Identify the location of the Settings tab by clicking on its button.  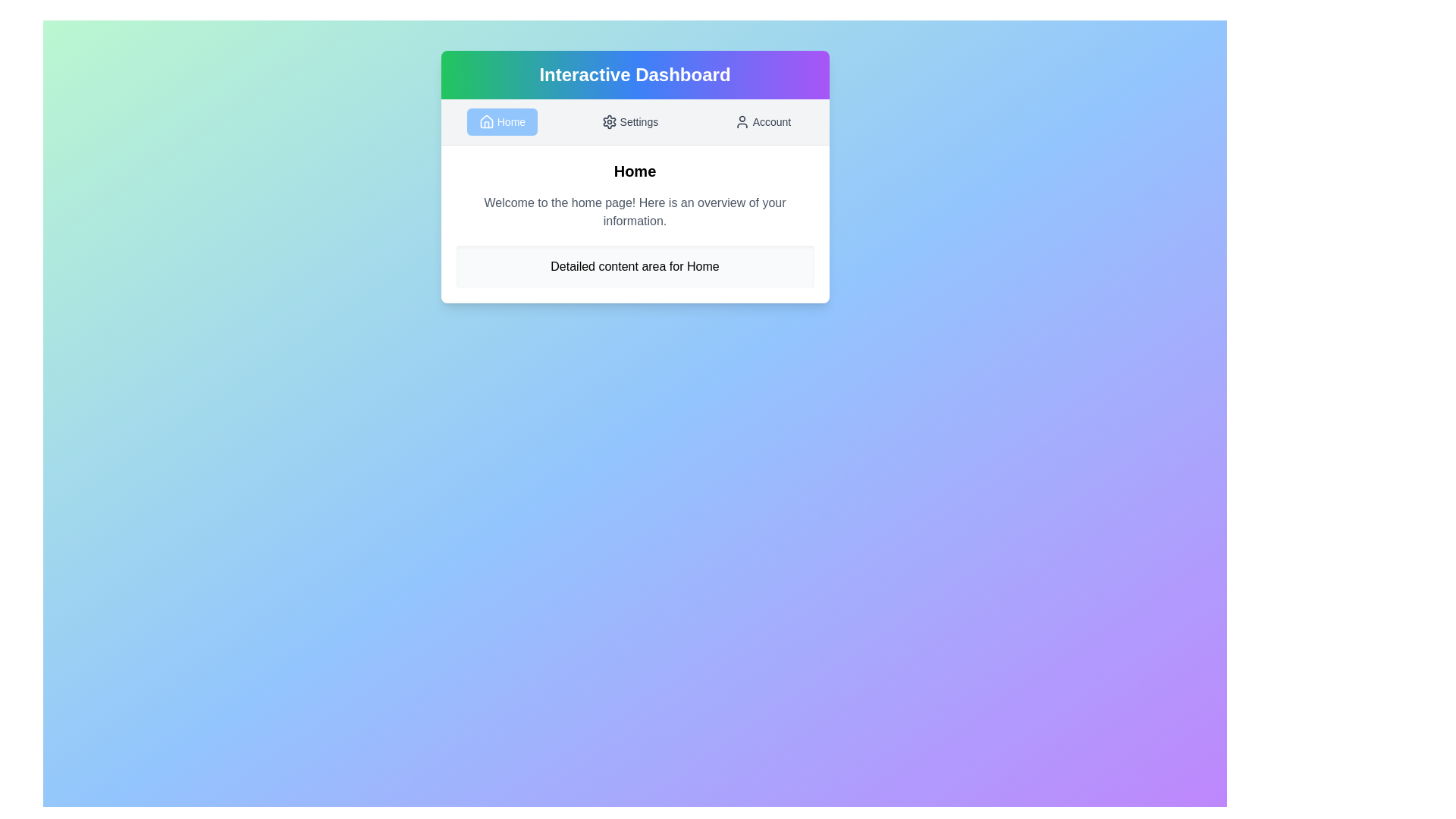
(629, 121).